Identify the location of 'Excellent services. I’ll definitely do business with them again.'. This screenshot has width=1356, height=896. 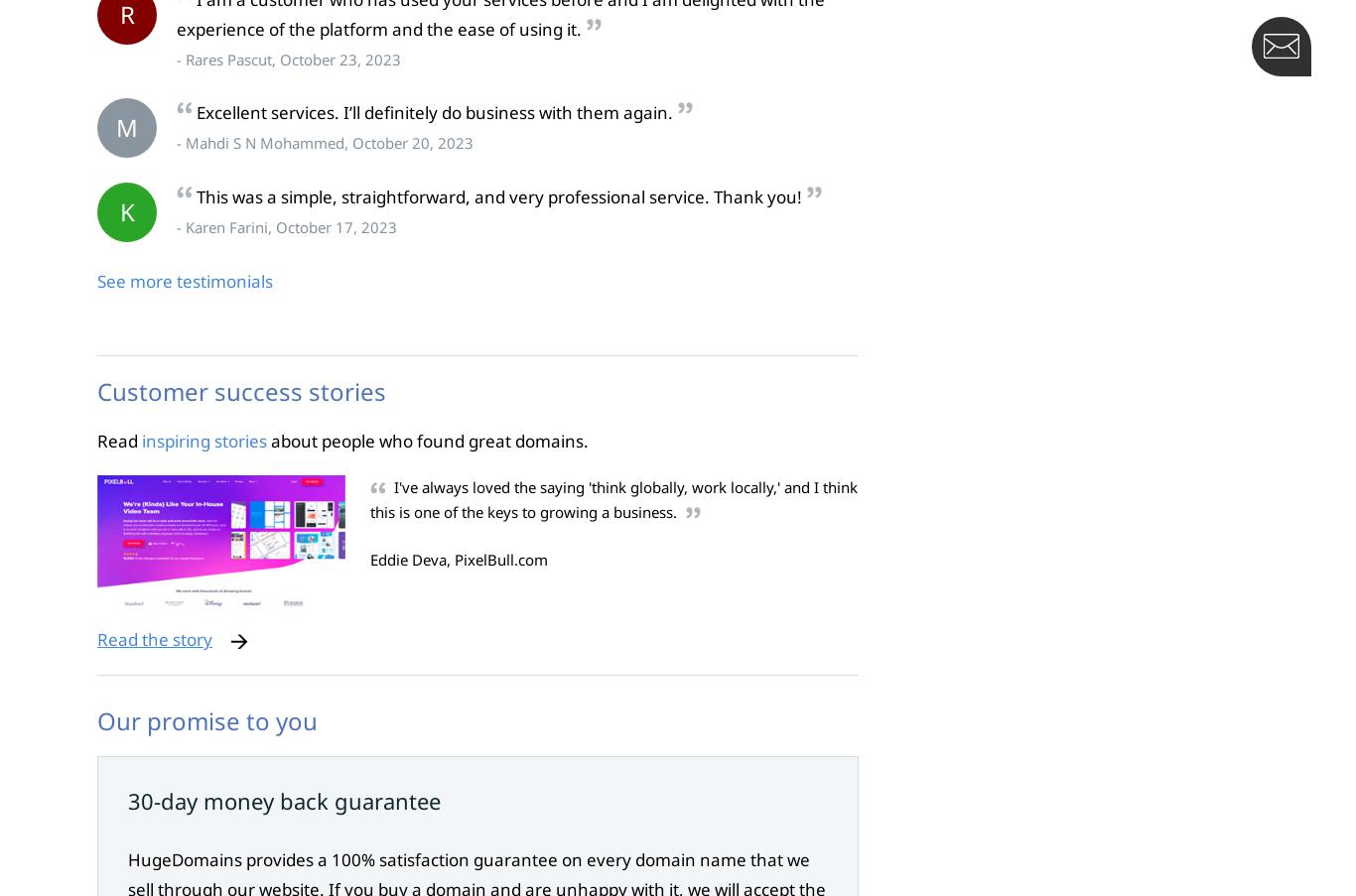
(195, 112).